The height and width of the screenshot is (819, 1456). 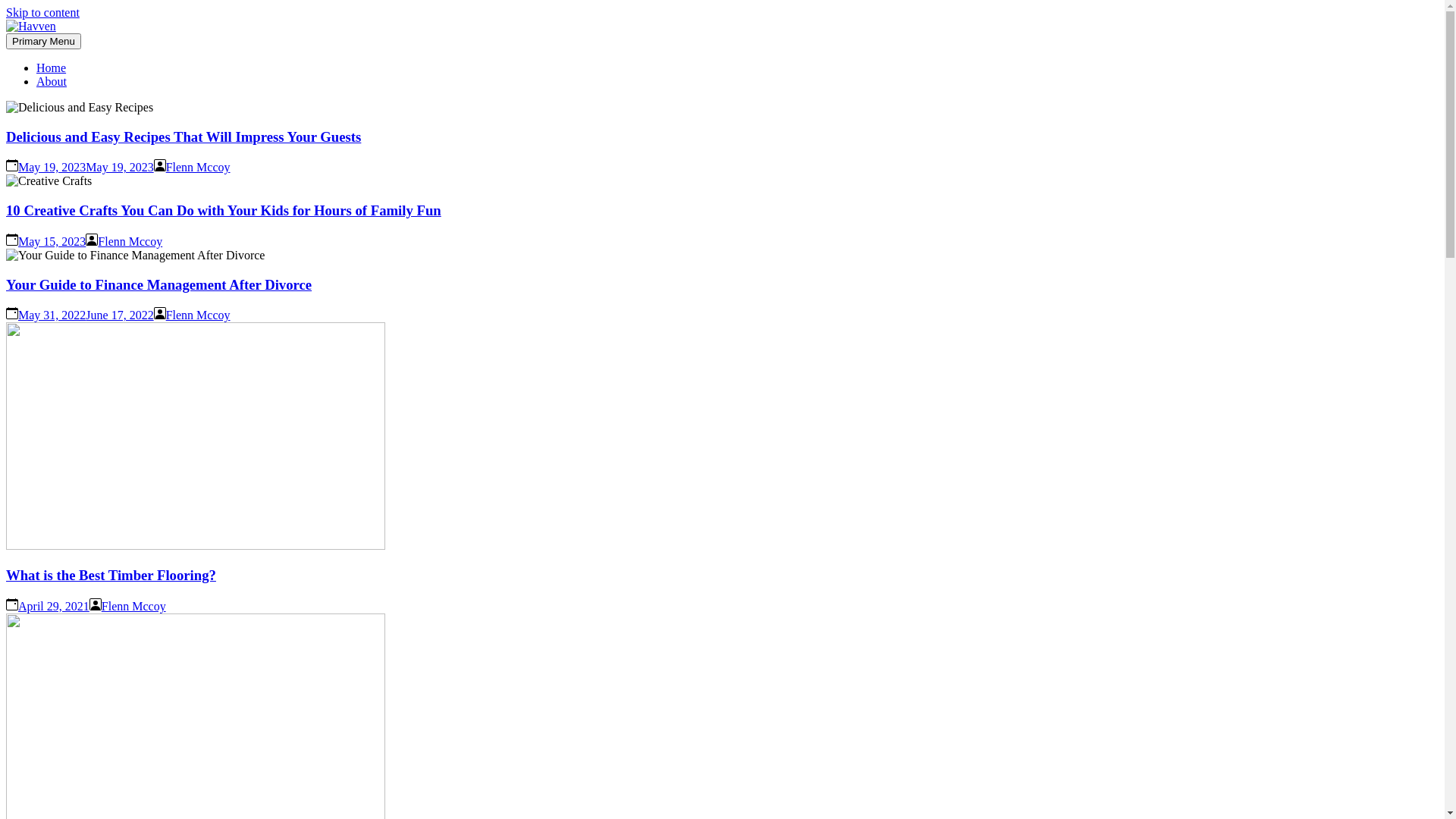 I want to click on 'Your Guide to Finance Management After Divorce', so click(x=158, y=284).